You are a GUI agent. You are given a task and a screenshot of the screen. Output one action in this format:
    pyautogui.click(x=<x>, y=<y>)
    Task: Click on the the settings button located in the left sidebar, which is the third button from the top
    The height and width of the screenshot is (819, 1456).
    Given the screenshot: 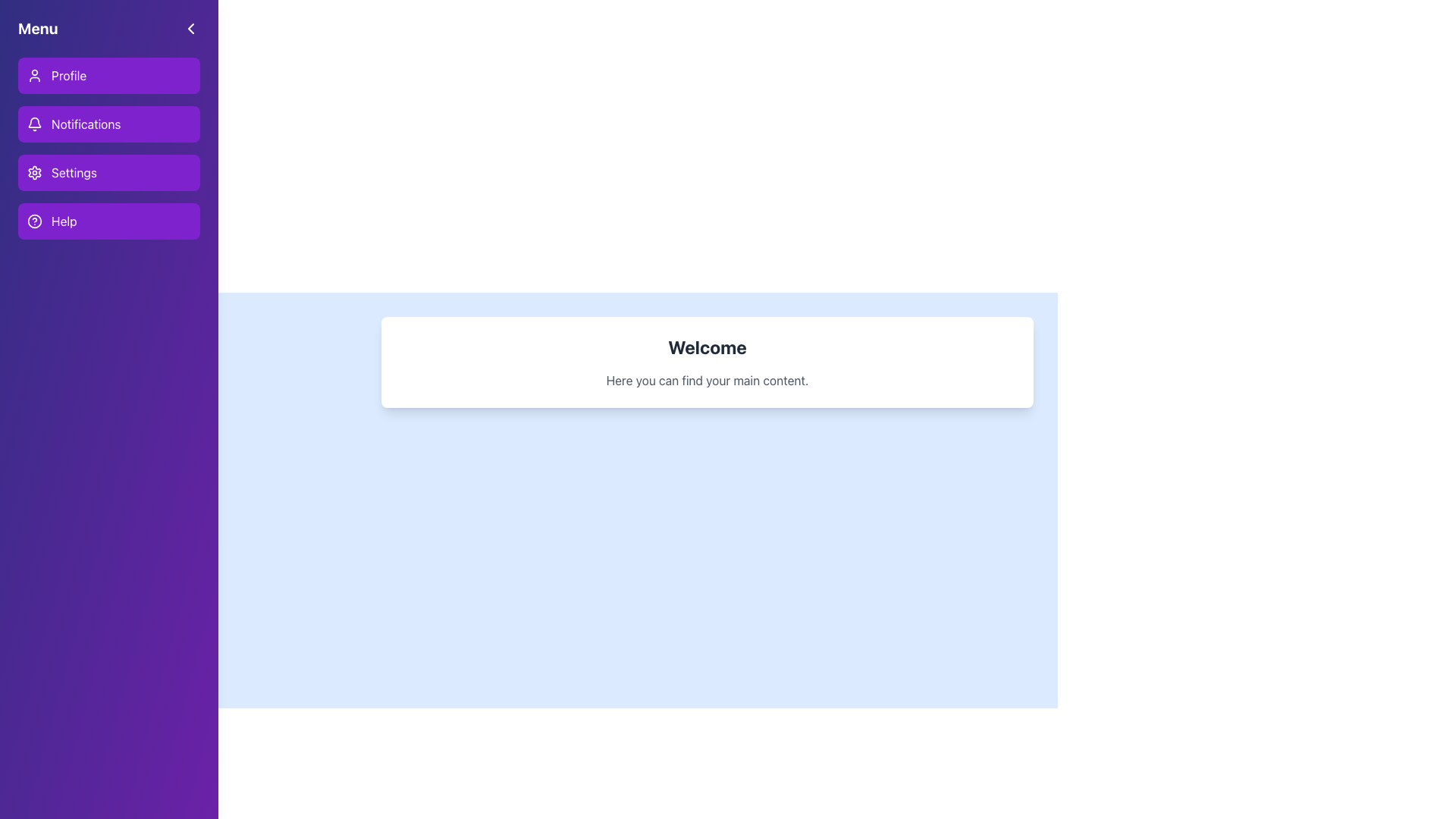 What is the action you would take?
    pyautogui.click(x=108, y=171)
    